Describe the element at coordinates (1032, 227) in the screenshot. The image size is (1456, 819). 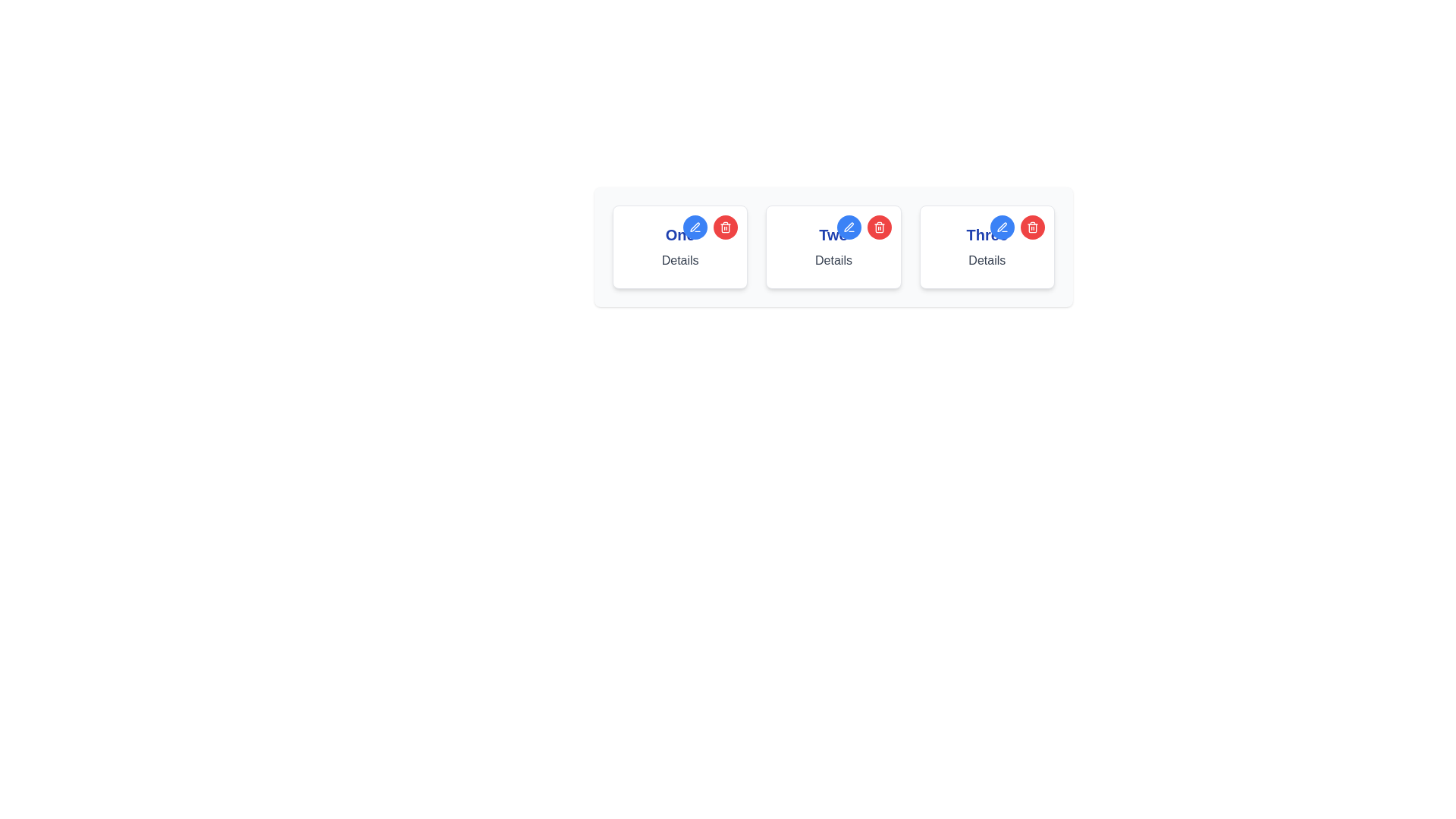
I see `the red circular delete icon with a white trash can graphic` at that location.